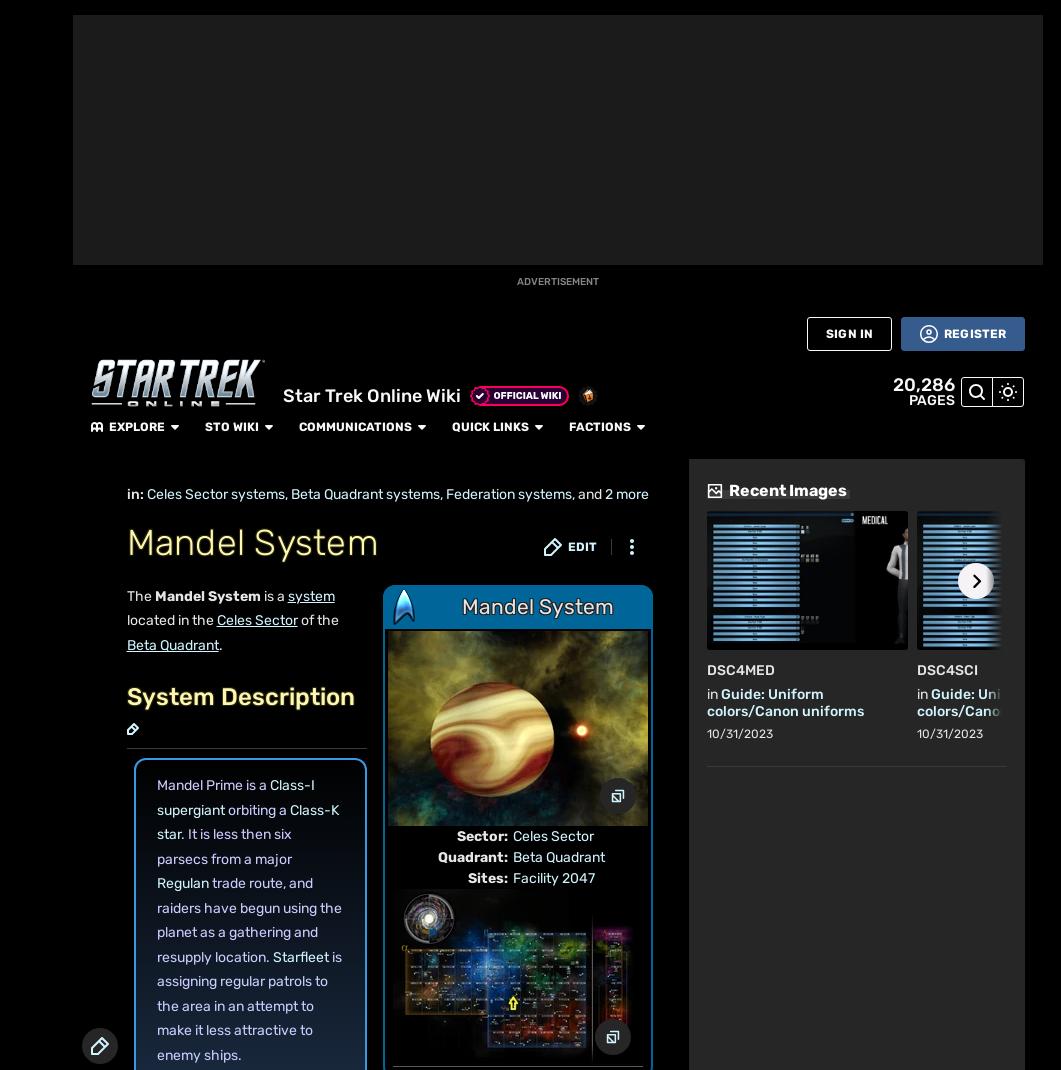 Image resolution: width=1061 pixels, height=1070 pixels. Describe the element at coordinates (126, 126) in the screenshot. I see `'Community content is available under'` at that location.